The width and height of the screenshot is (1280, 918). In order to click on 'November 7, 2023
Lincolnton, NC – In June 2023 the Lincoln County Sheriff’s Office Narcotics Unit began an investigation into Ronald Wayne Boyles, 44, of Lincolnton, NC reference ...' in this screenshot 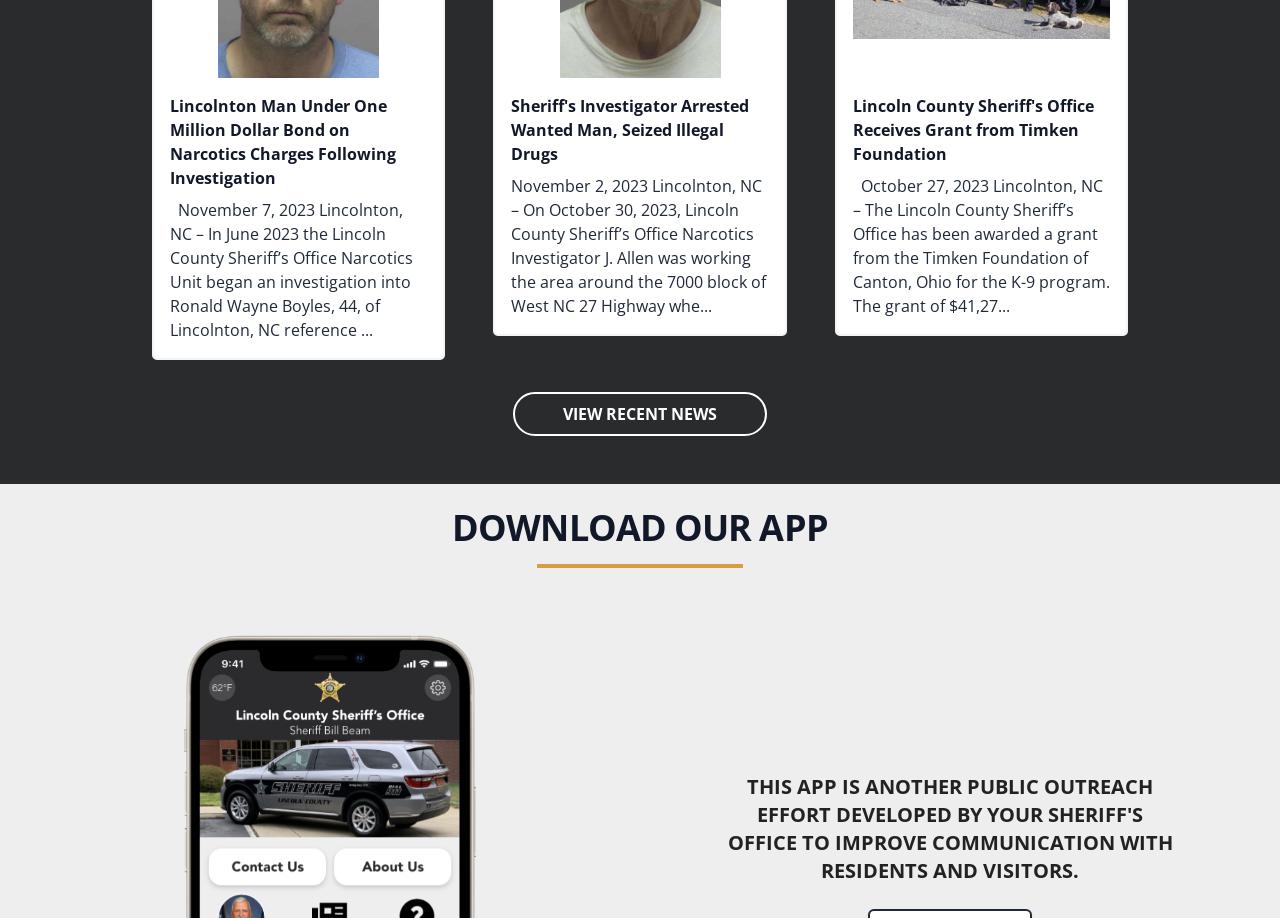, I will do `click(290, 267)`.